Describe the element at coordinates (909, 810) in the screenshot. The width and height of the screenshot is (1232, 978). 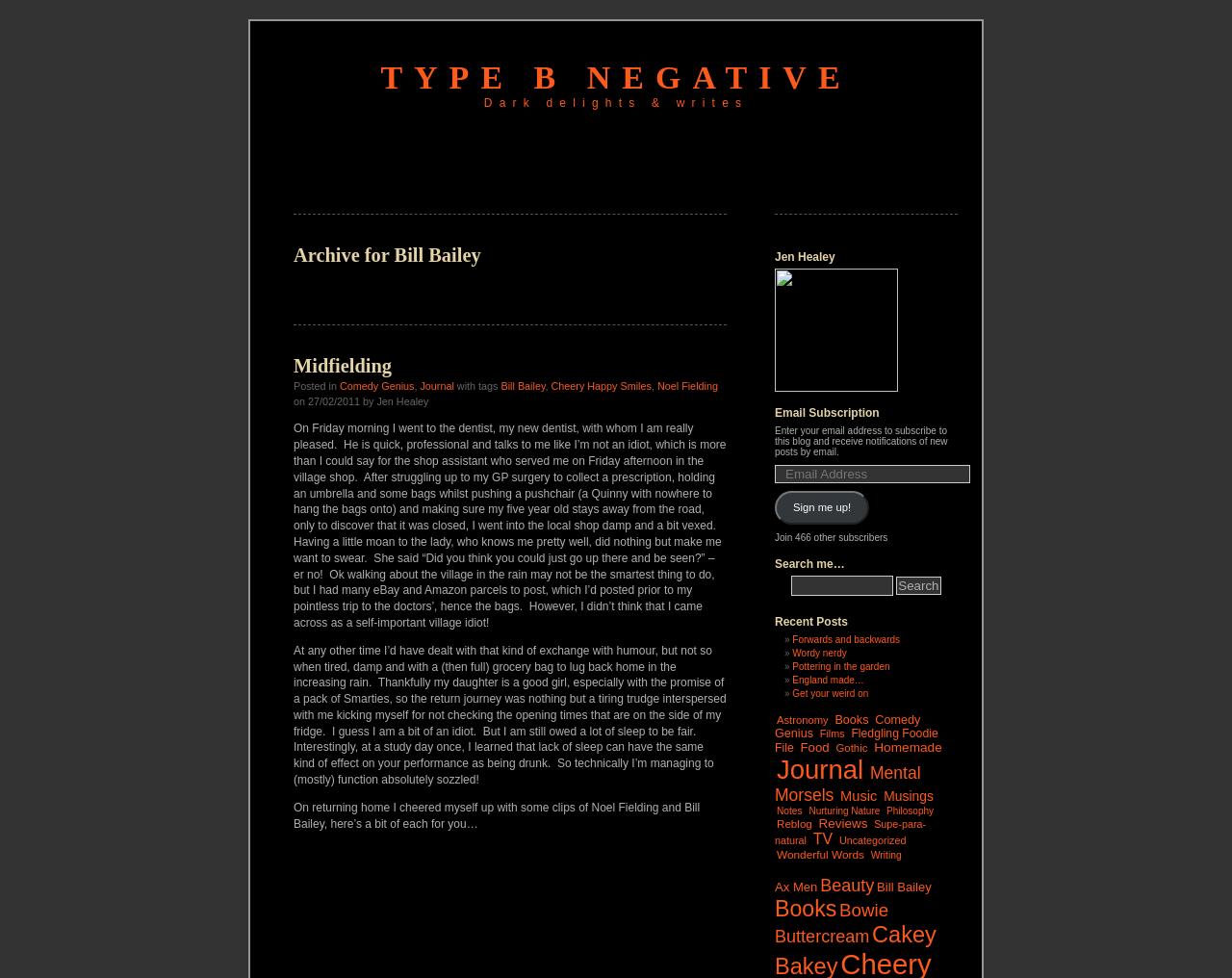
I see `'Philosophy'` at that location.